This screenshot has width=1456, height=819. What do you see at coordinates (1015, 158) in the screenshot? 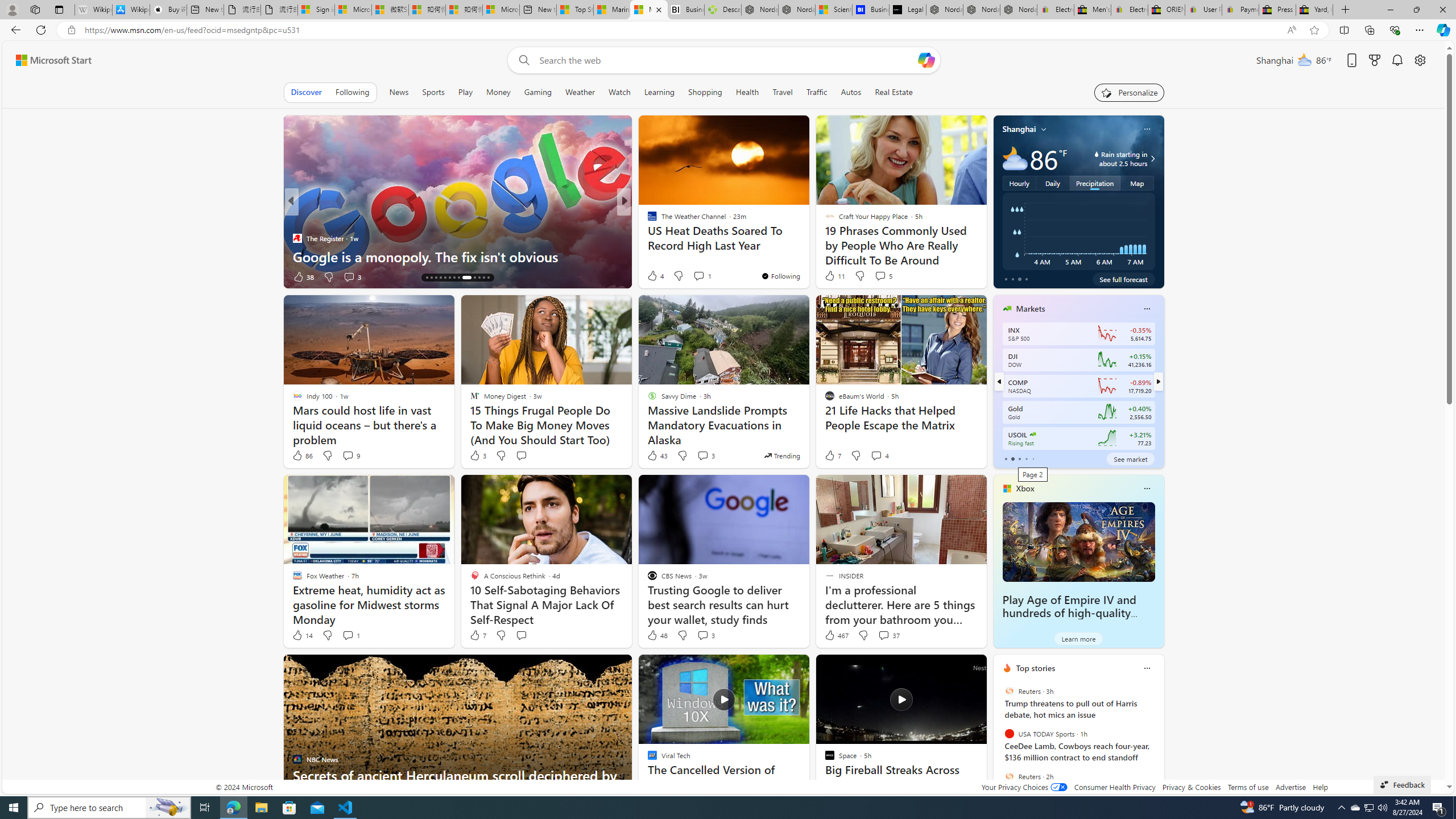
I see `'Mostly cloudy'` at bounding box center [1015, 158].